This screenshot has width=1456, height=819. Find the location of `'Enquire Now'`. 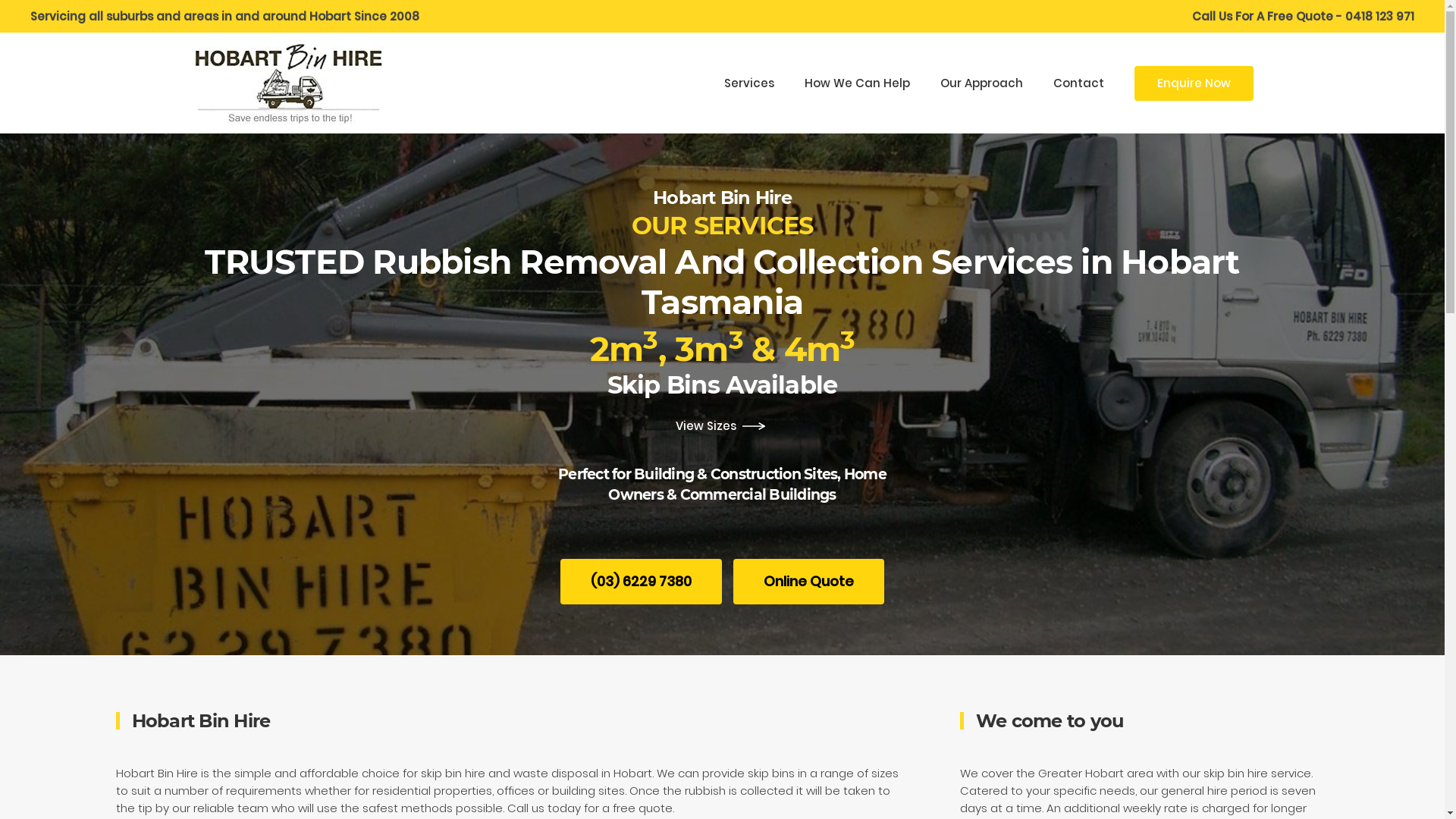

'Enquire Now' is located at coordinates (1193, 83).